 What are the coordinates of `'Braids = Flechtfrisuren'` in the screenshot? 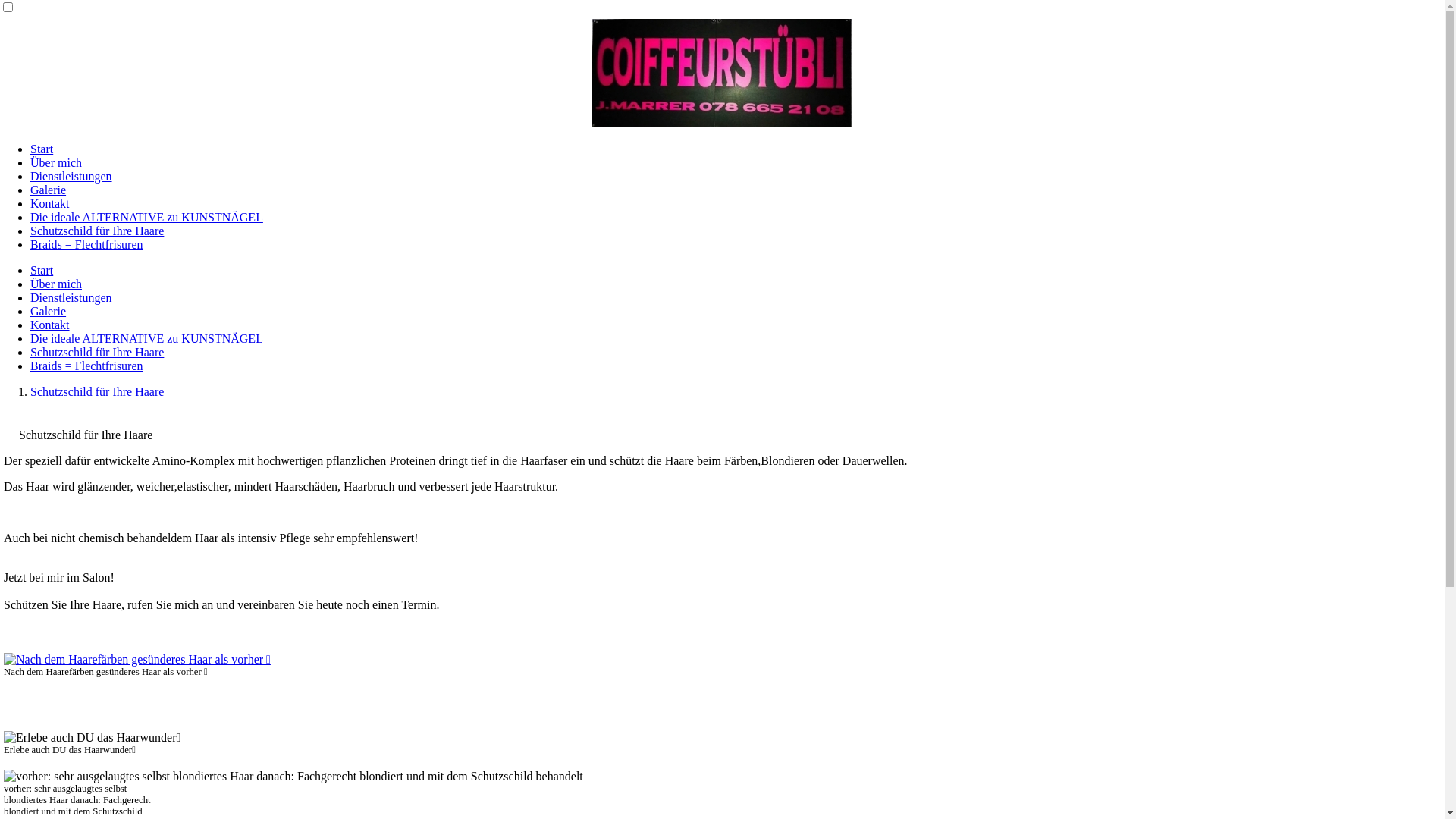 It's located at (86, 243).